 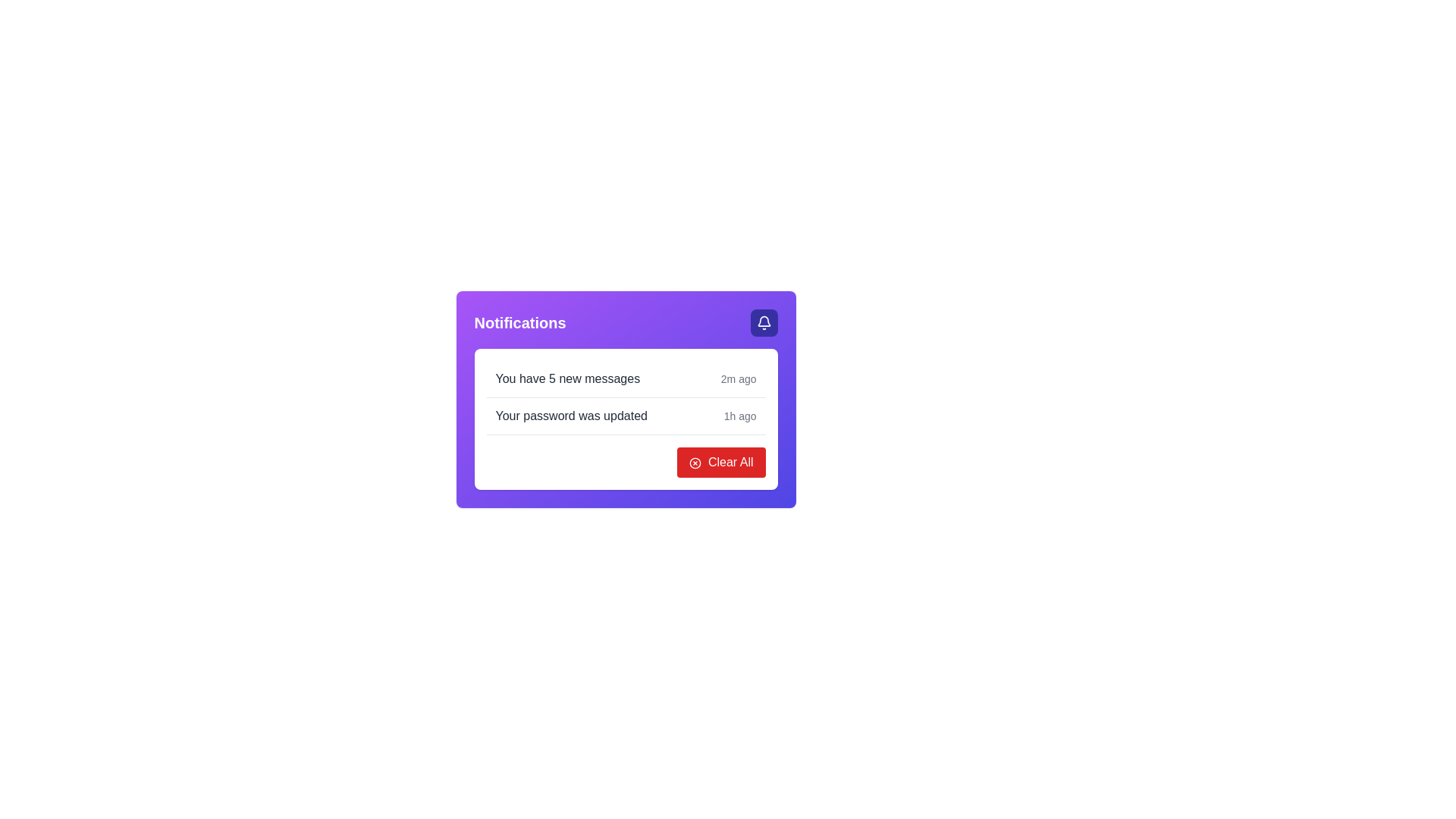 What do you see at coordinates (626, 378) in the screenshot?
I see `the first Informational Notification Item that displays 'You have 5 new messages' on the left and '2m ago' on the right` at bounding box center [626, 378].